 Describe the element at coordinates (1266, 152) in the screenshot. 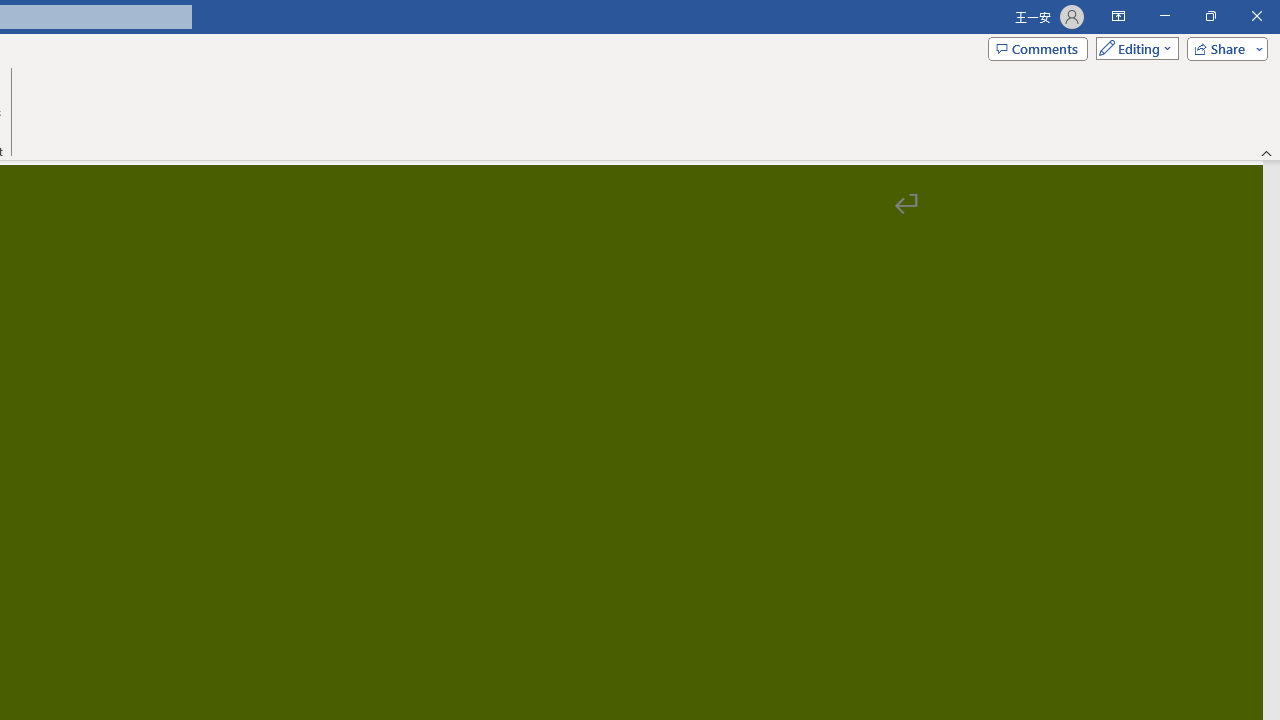

I see `'Collapse the Ribbon'` at that location.